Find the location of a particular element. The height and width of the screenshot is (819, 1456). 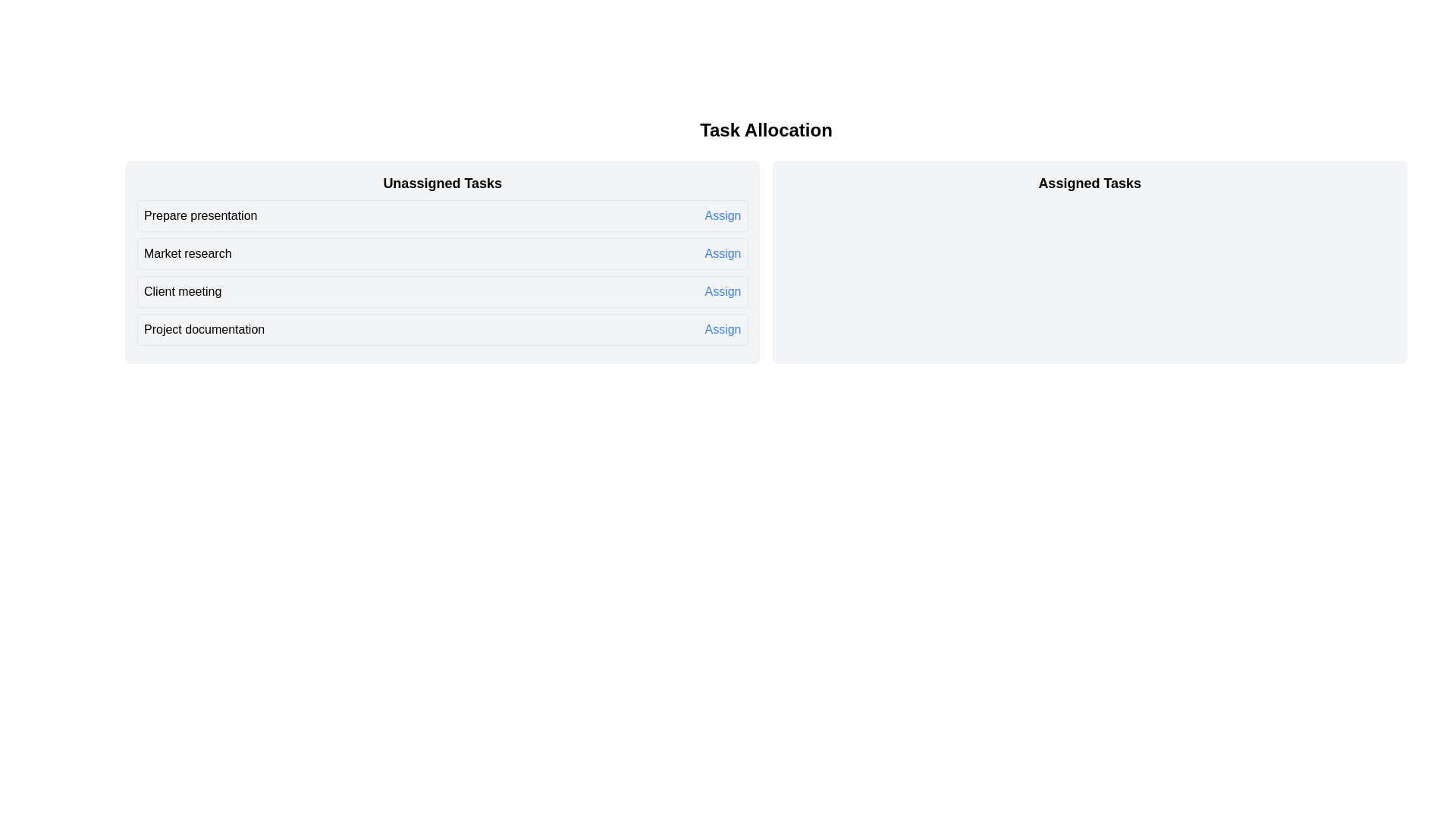

the fourth 'Assign' hyperlink located to the right of 'Project documentation' in the 'Unassigned Tasks' section to assign the task is located at coordinates (722, 329).